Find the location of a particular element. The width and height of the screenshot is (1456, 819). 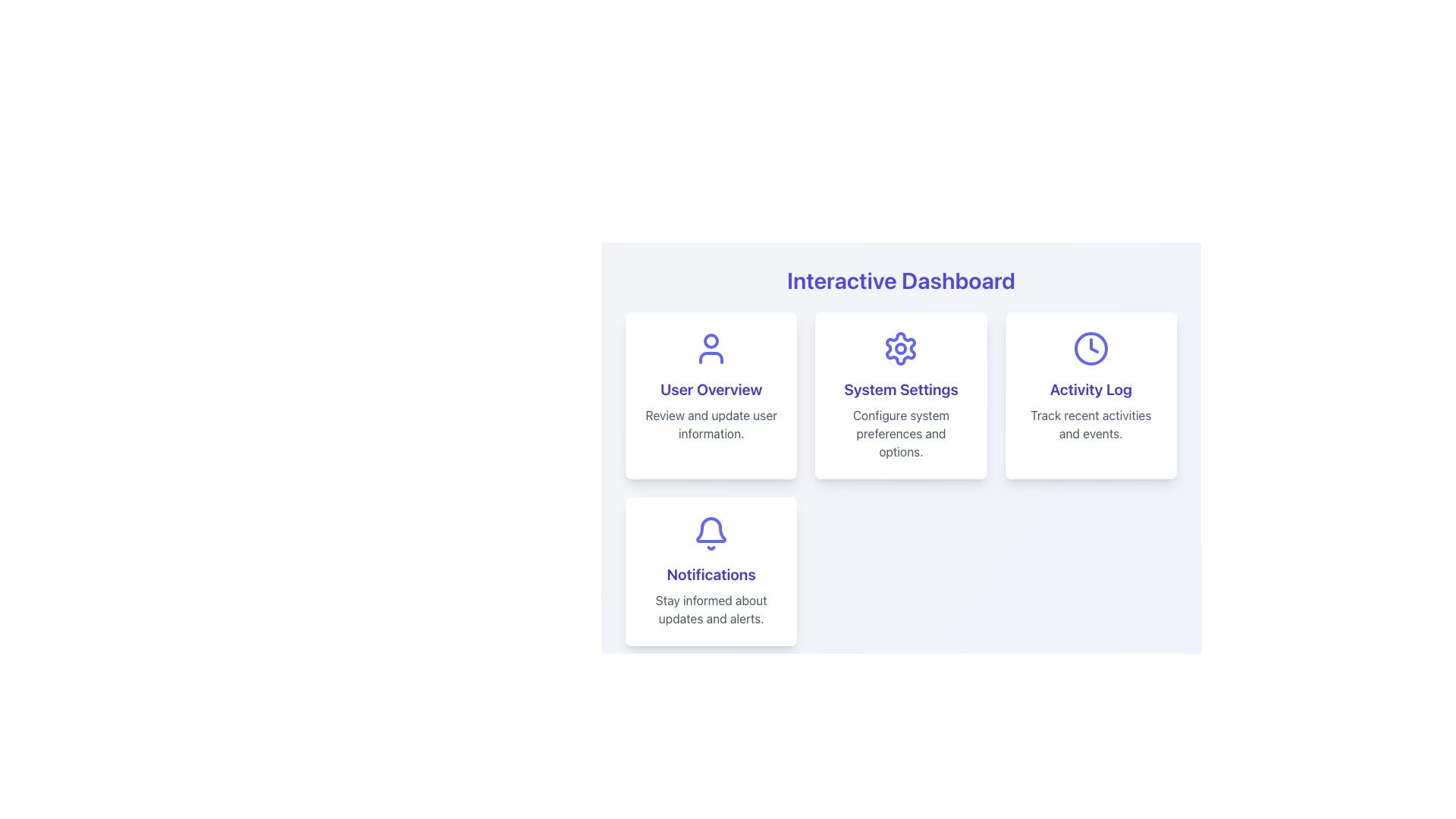

the descriptive subtitle text element located below the 'Notifications' title and bell icon within the Notifications card on the dashboard is located at coordinates (711, 608).